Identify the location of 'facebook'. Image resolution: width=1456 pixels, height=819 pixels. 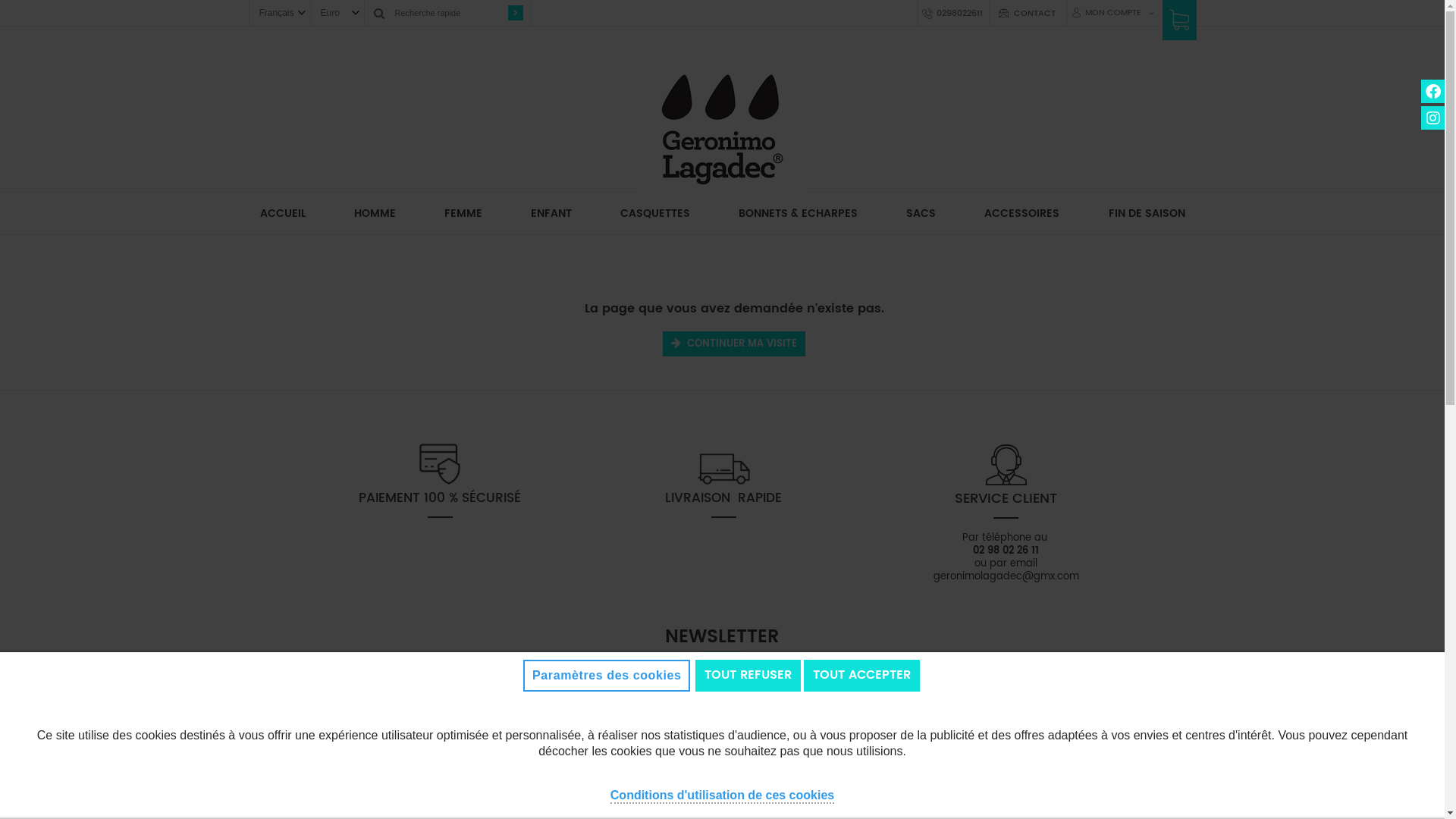
(1420, 91).